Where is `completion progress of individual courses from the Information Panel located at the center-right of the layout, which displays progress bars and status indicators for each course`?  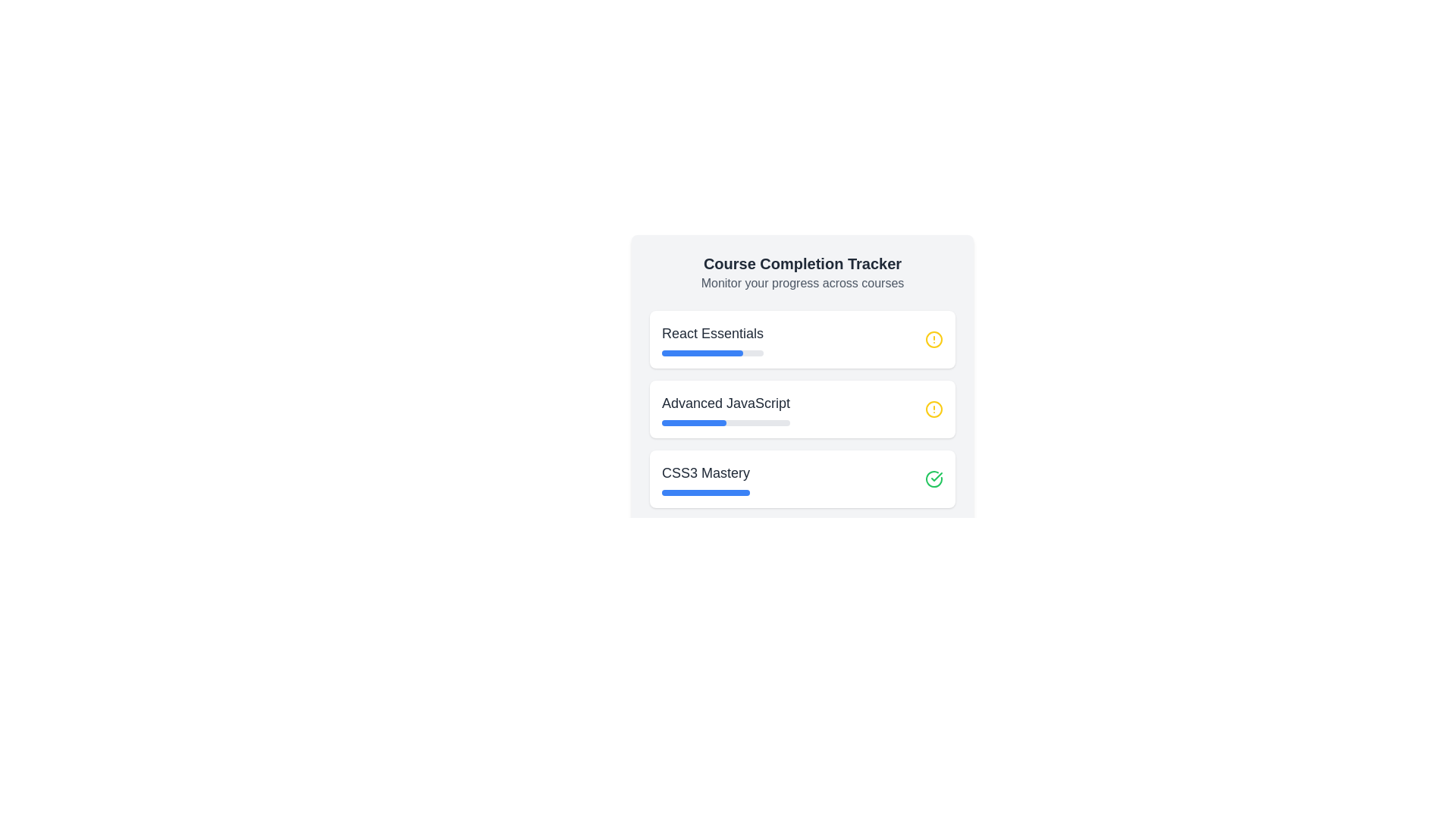 completion progress of individual courses from the Information Panel located at the center-right of the layout, which displays progress bars and status indicators for each course is located at coordinates (802, 403).